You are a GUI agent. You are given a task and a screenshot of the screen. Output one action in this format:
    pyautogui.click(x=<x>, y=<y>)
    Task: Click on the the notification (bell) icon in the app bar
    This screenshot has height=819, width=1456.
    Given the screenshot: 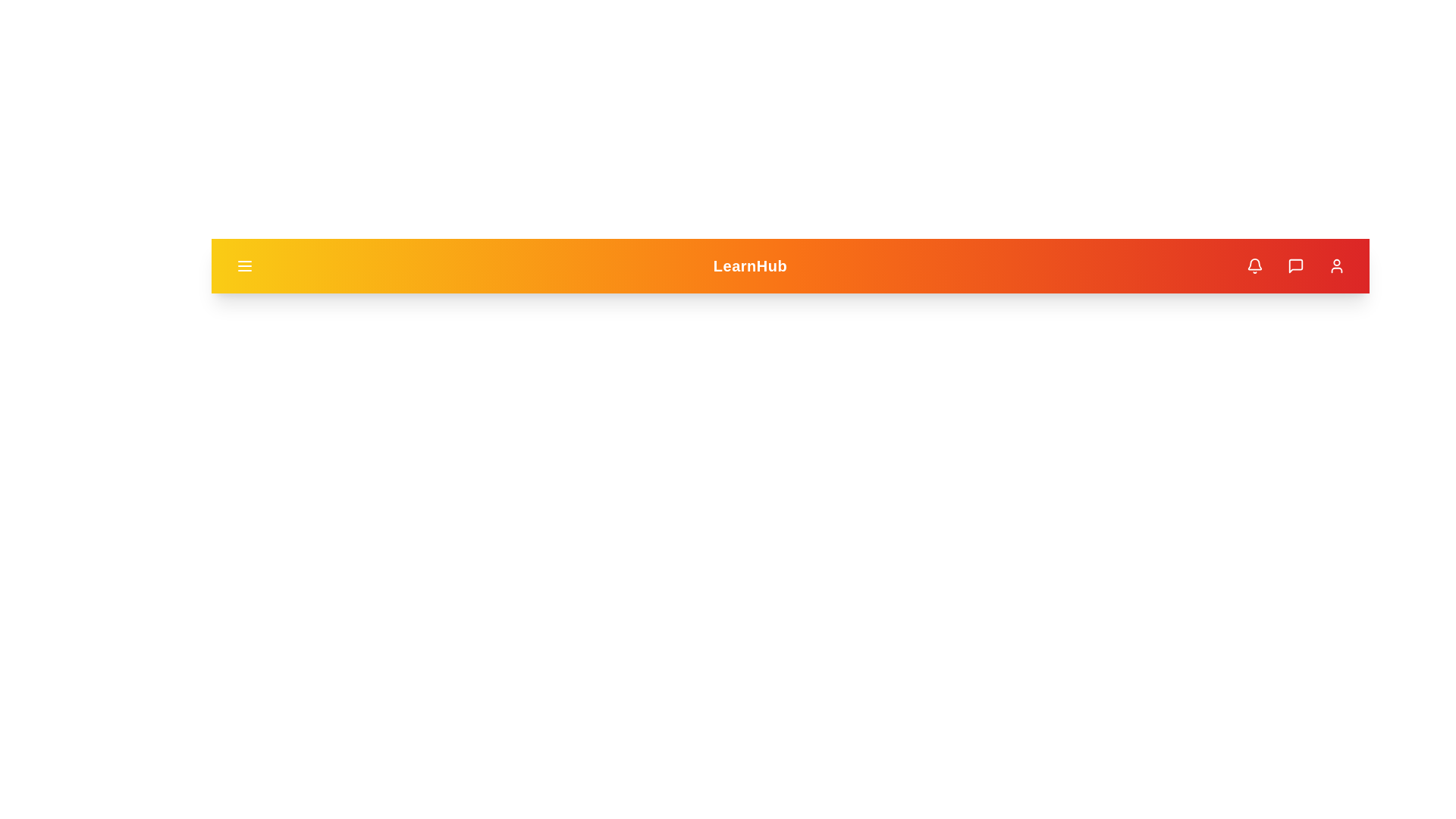 What is the action you would take?
    pyautogui.click(x=1255, y=265)
    